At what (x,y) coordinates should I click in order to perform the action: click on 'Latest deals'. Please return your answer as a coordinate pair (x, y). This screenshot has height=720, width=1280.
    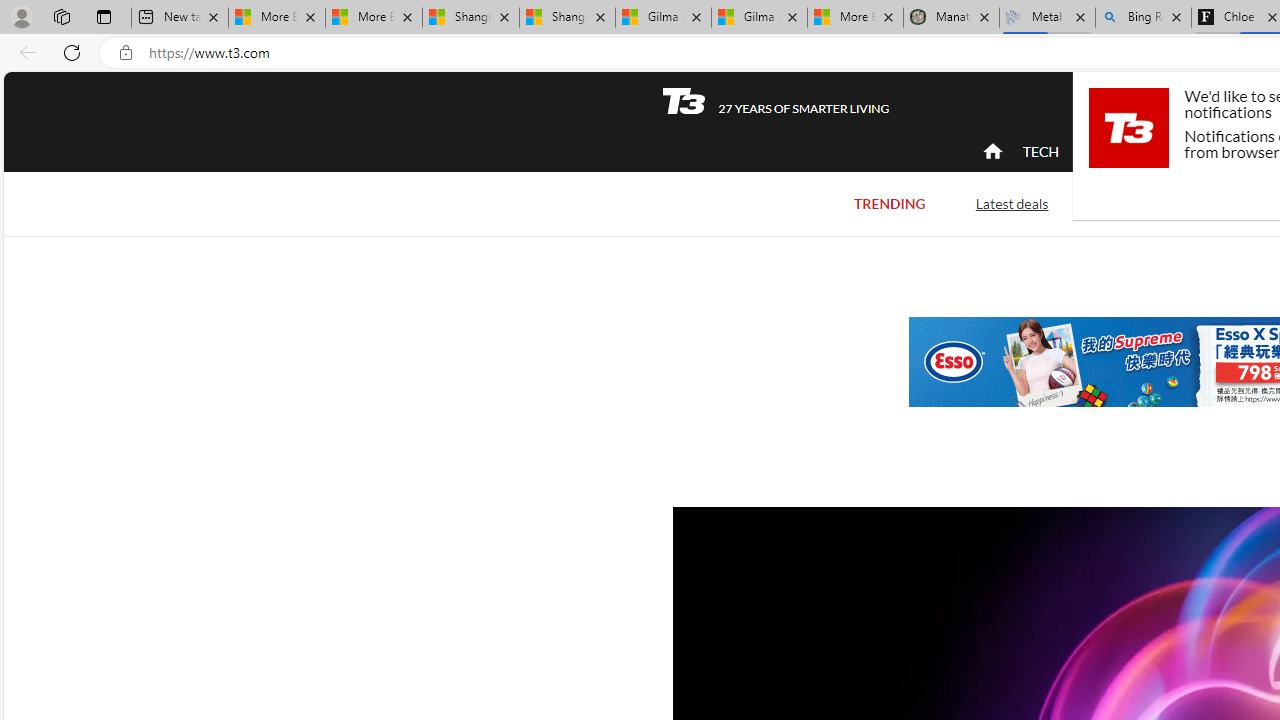
    Looking at the image, I should click on (1011, 204).